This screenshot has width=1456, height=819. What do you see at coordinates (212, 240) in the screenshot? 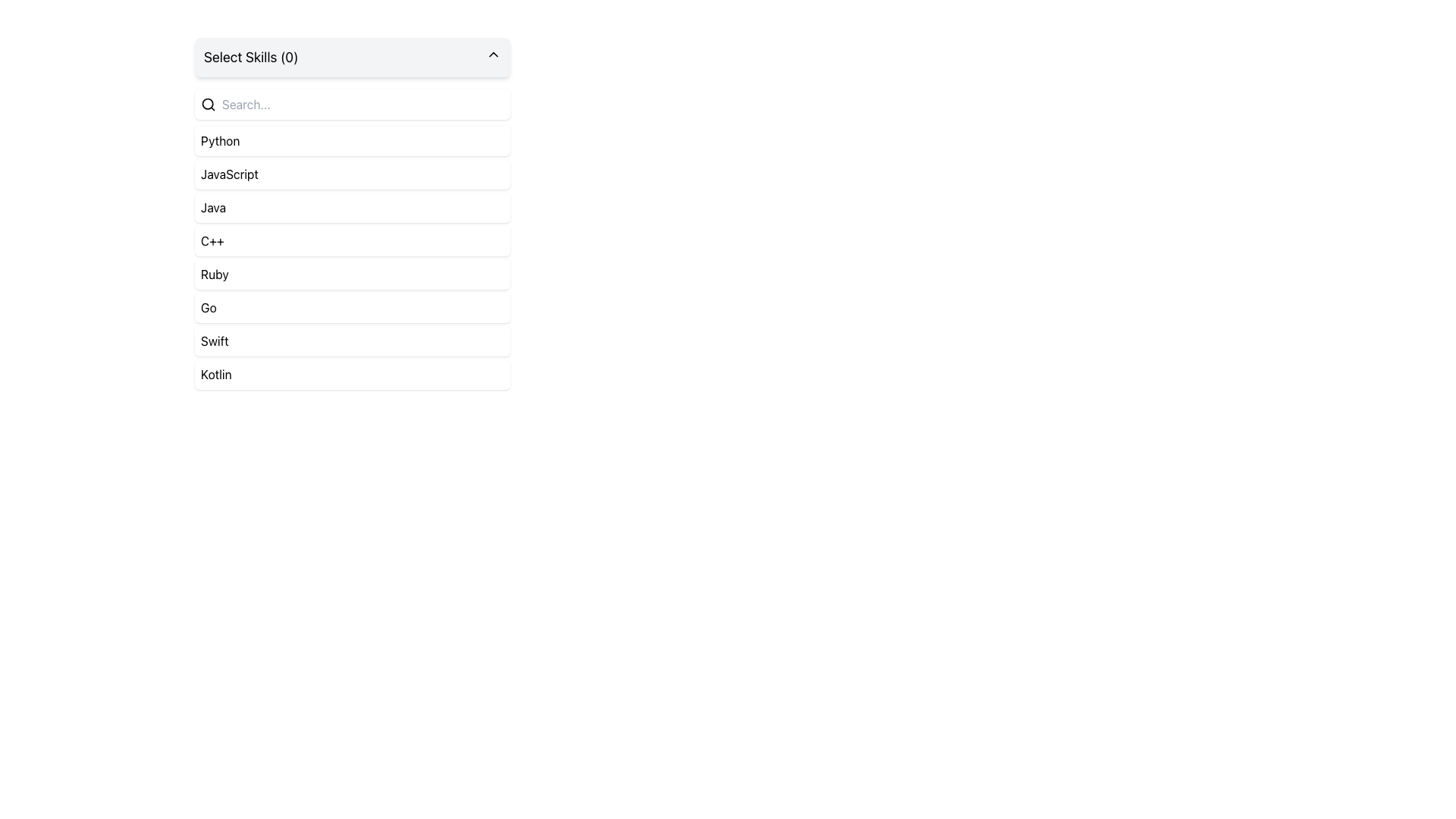
I see `the 'C++' skill label in the dropdown list` at bounding box center [212, 240].